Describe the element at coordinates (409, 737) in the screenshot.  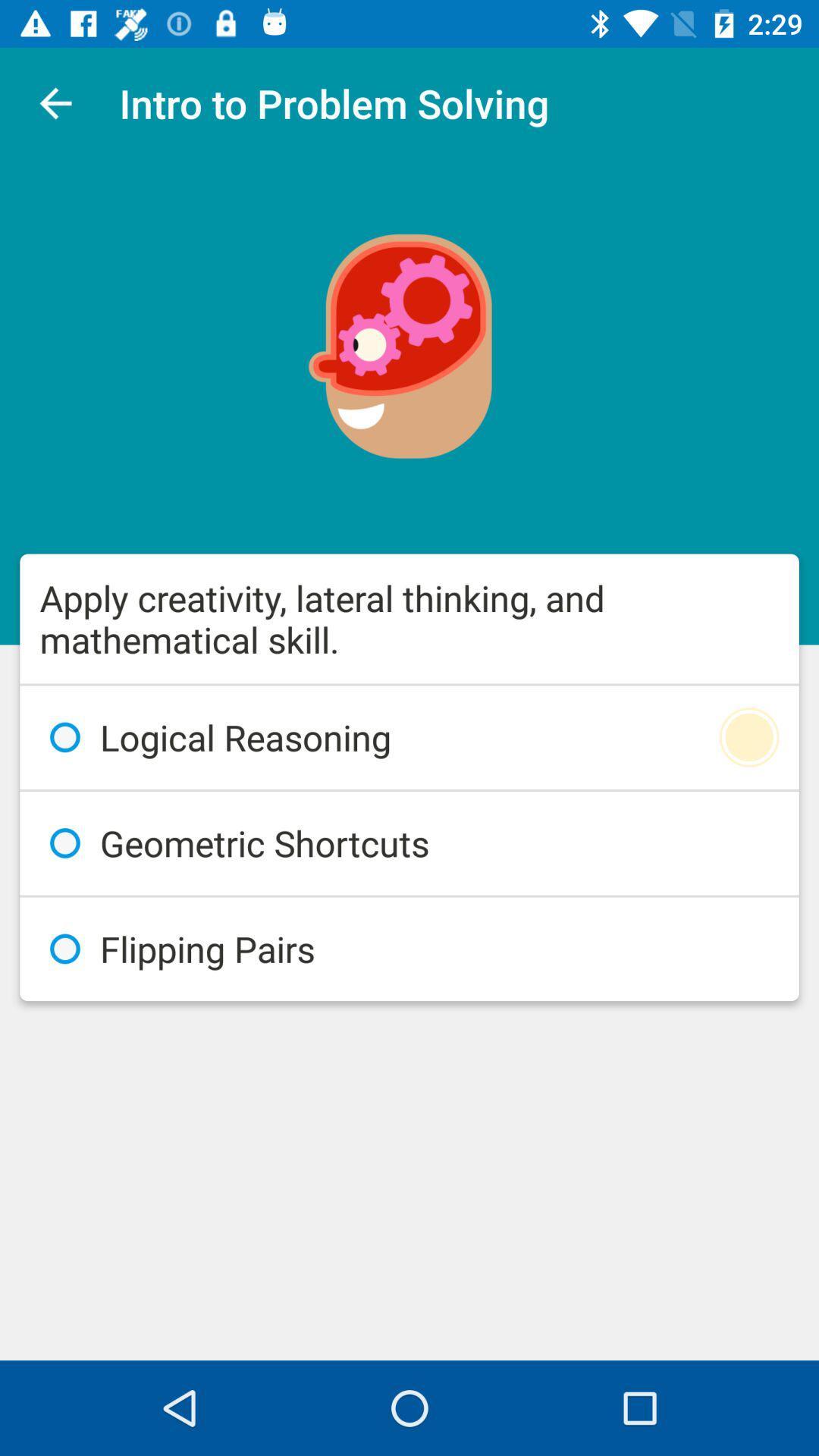
I see `logical reasoning icon` at that location.